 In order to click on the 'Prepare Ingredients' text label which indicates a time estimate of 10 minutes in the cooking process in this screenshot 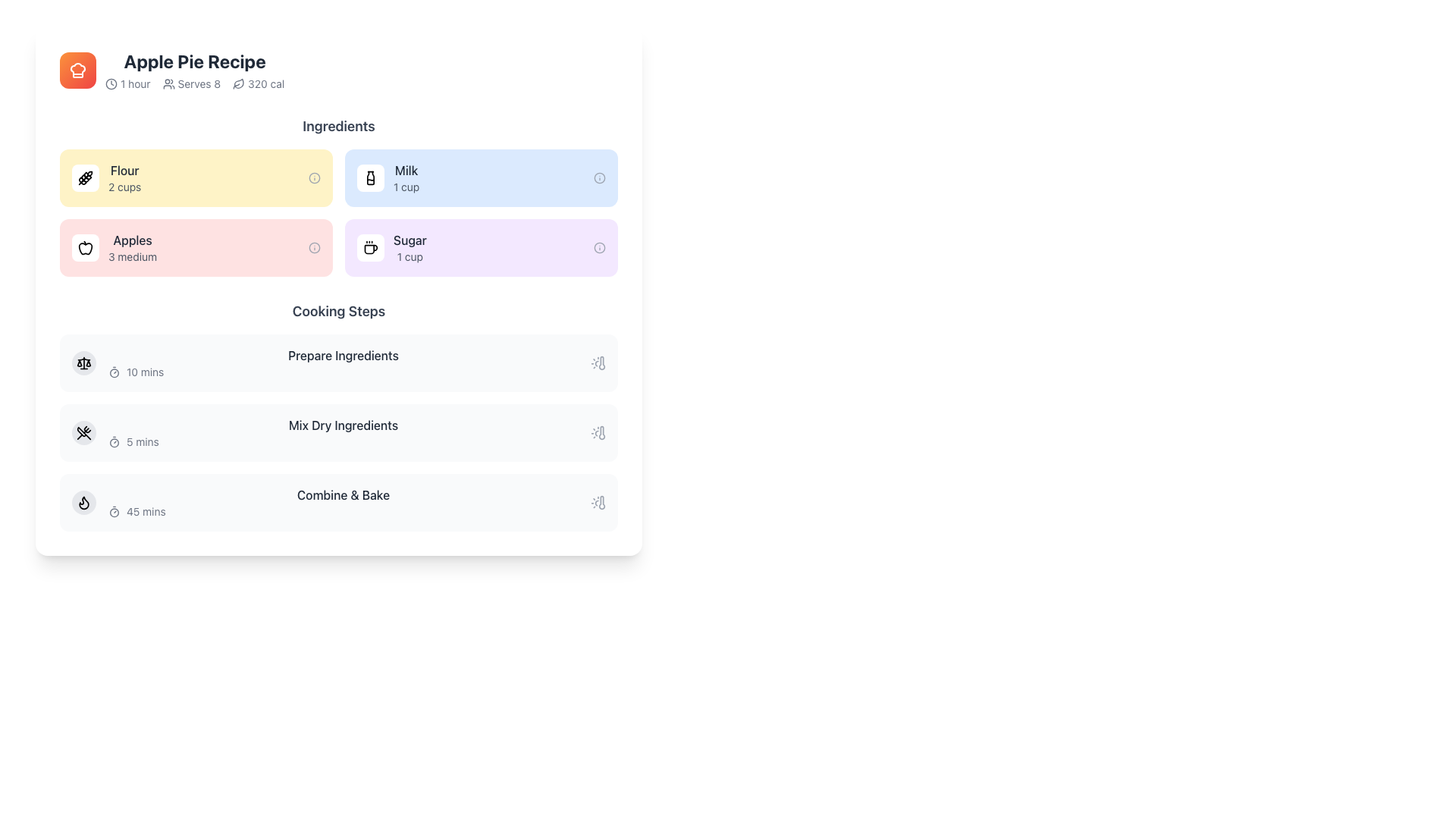, I will do `click(342, 362)`.